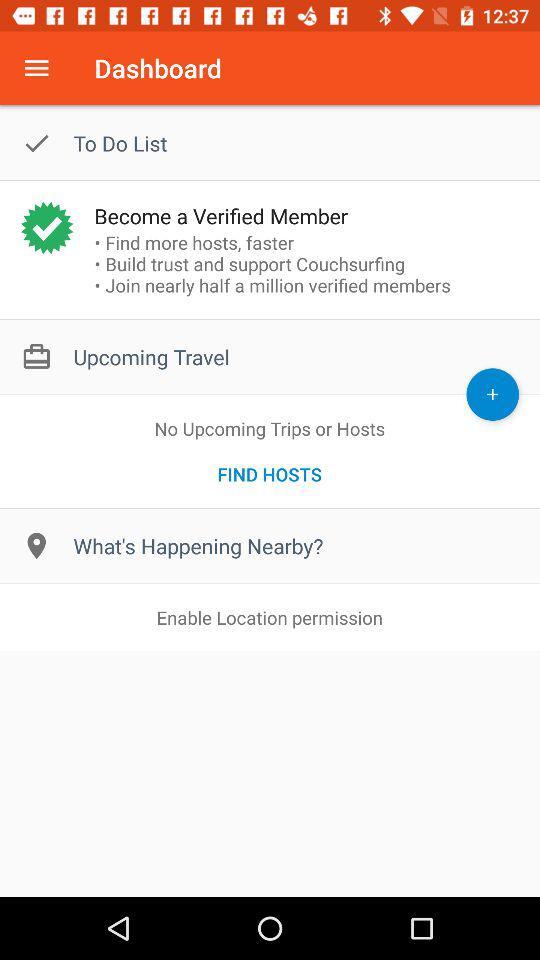 This screenshot has height=960, width=540. I want to click on item next to the dashboard, so click(36, 68).